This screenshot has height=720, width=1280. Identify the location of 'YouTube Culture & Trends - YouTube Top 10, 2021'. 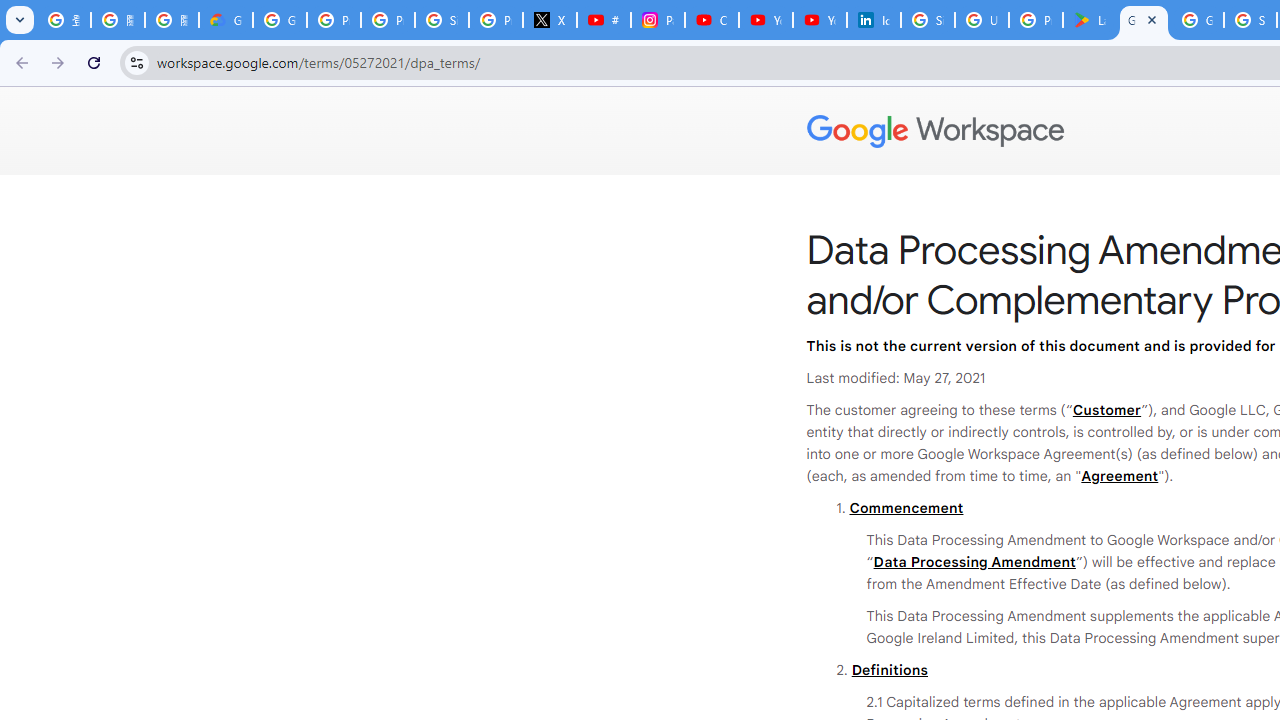
(819, 20).